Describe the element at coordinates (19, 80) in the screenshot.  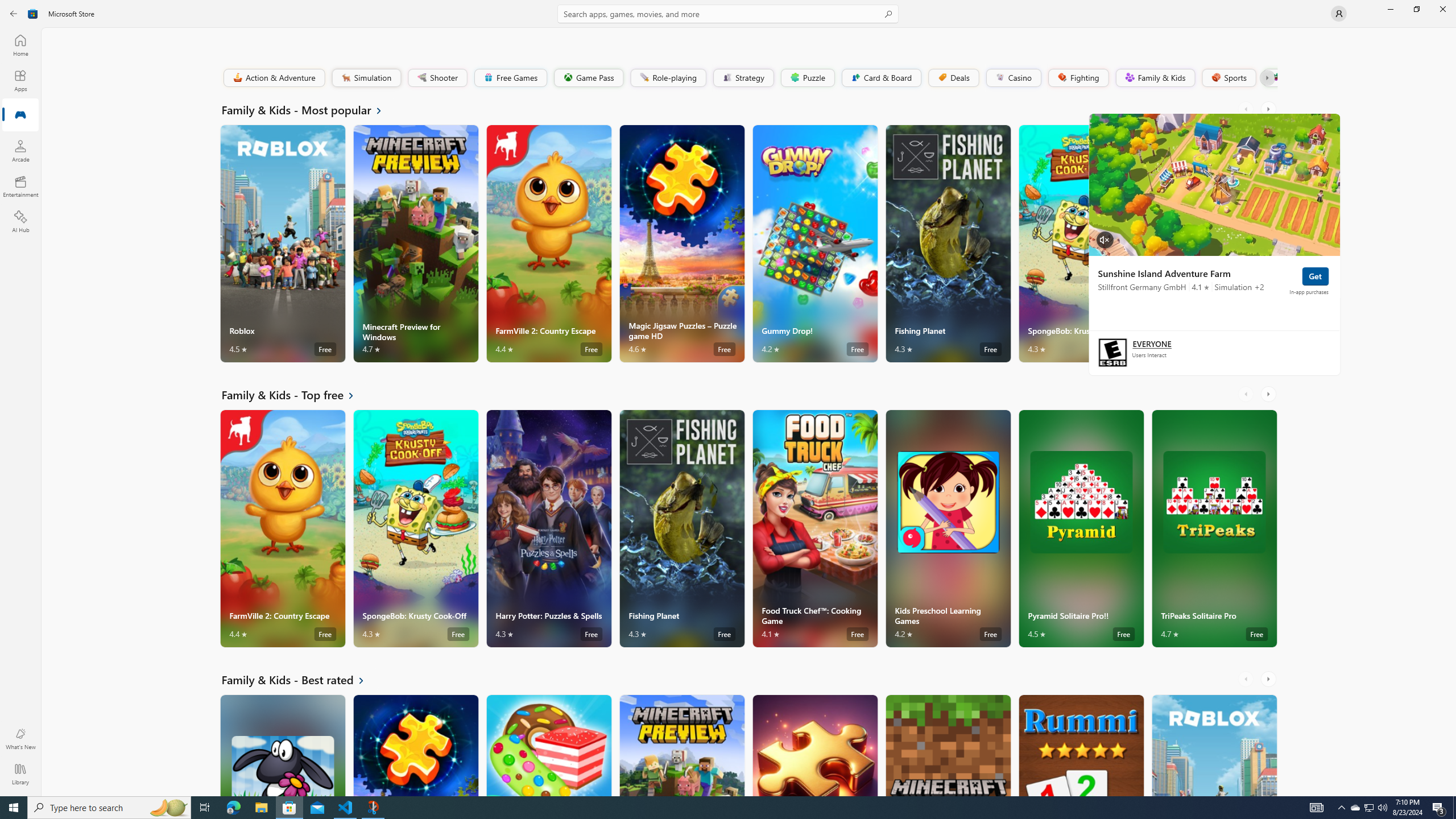
I see `'Apps'` at that location.